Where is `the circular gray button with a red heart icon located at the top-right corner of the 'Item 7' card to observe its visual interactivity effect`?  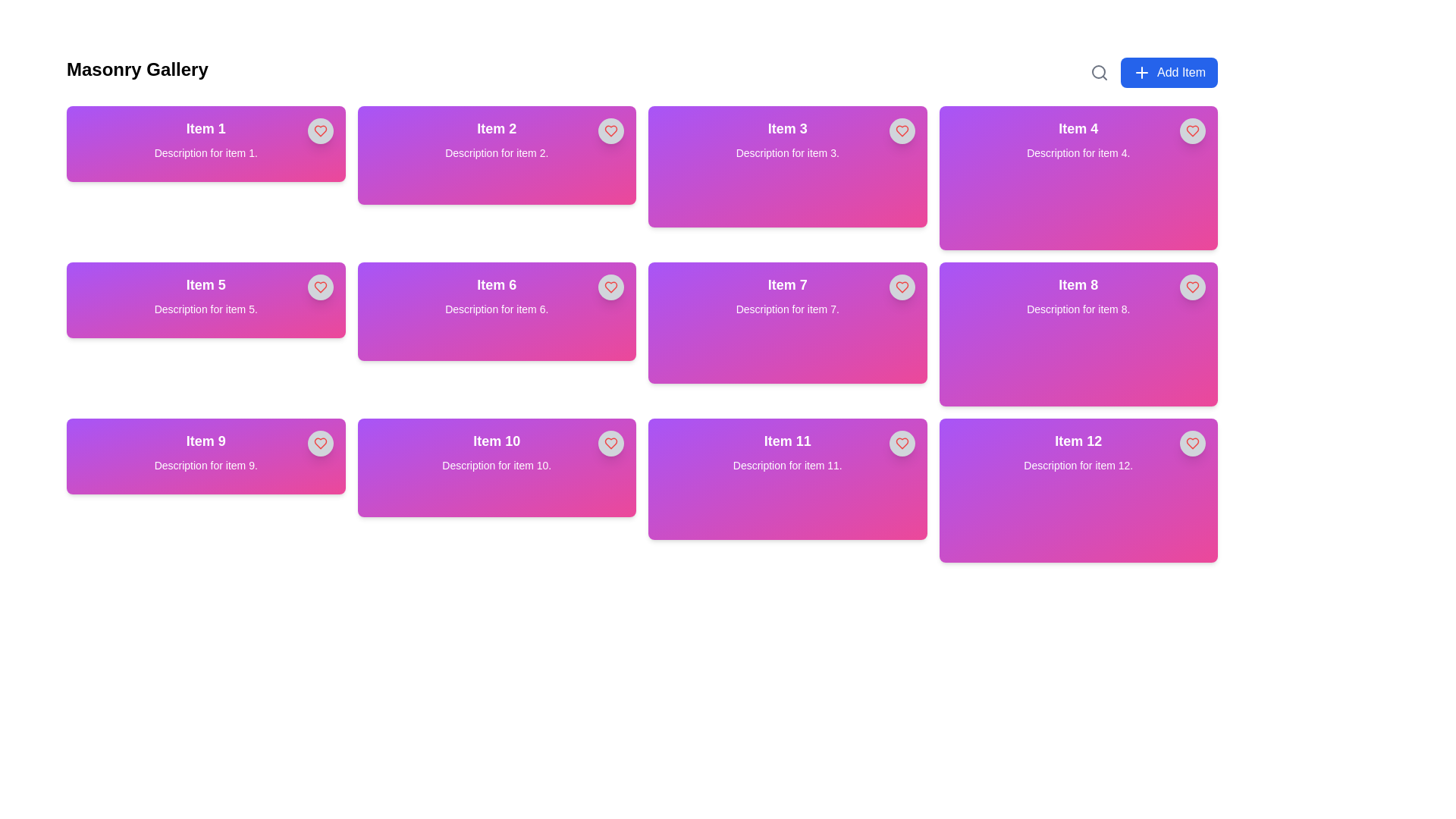 the circular gray button with a red heart icon located at the top-right corner of the 'Item 7' card to observe its visual interactivity effect is located at coordinates (902, 287).